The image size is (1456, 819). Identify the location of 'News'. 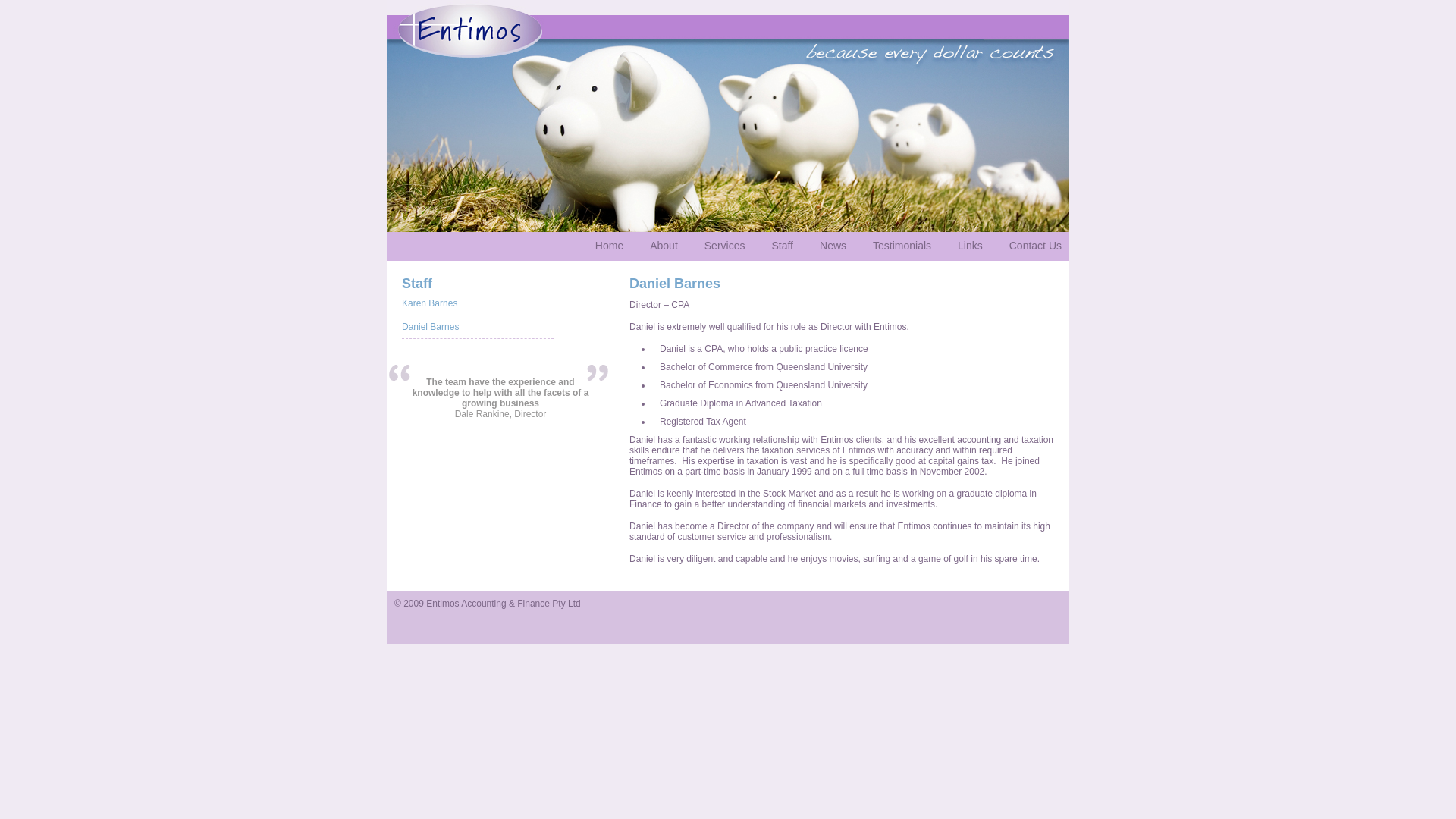
(832, 245).